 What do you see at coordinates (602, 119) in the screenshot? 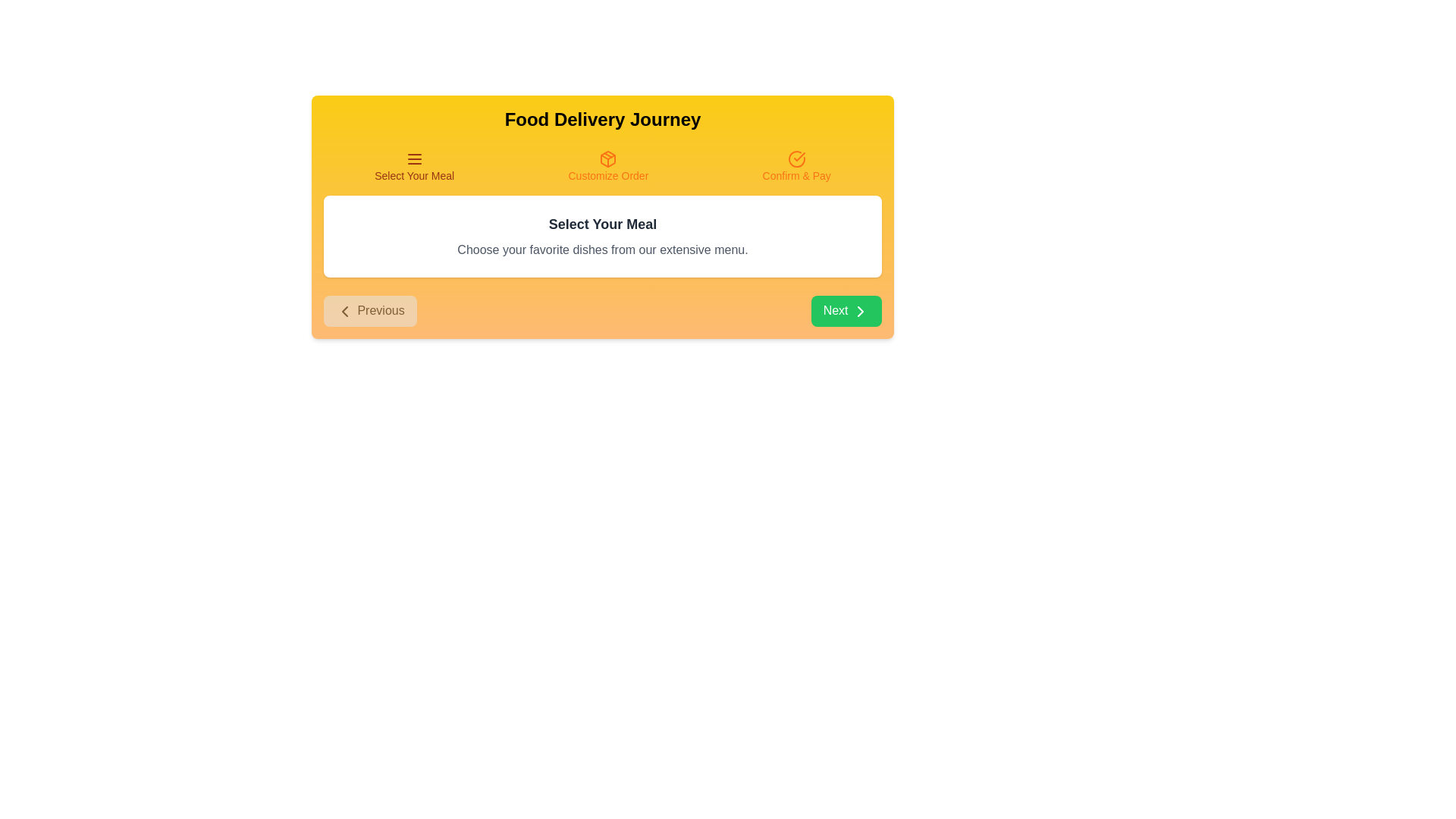
I see `text content of the title label located at the top center of the card component with a gradient background from yellow to orange, which precedes options for meal selection` at bounding box center [602, 119].